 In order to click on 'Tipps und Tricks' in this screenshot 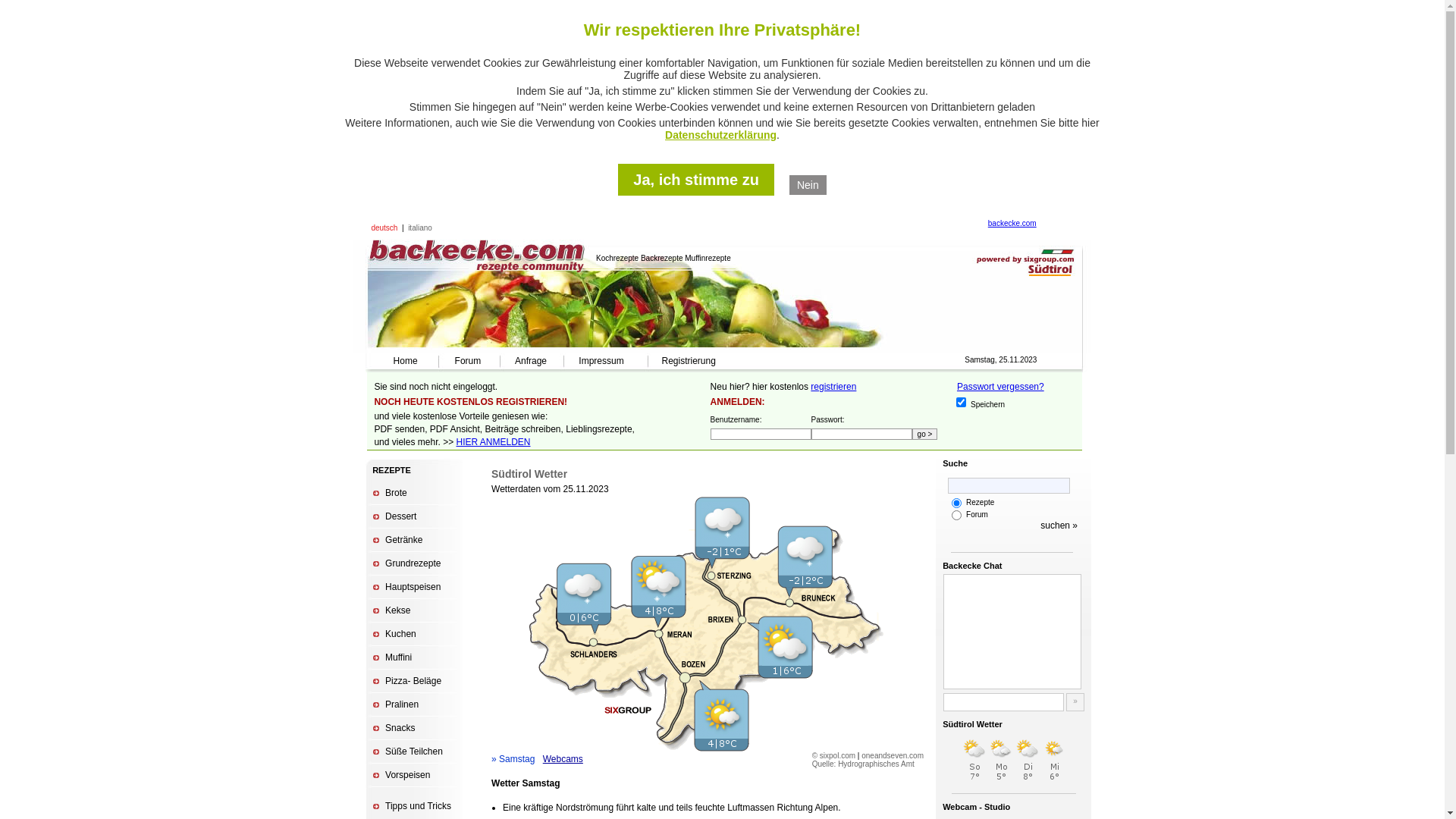, I will do `click(418, 805)`.